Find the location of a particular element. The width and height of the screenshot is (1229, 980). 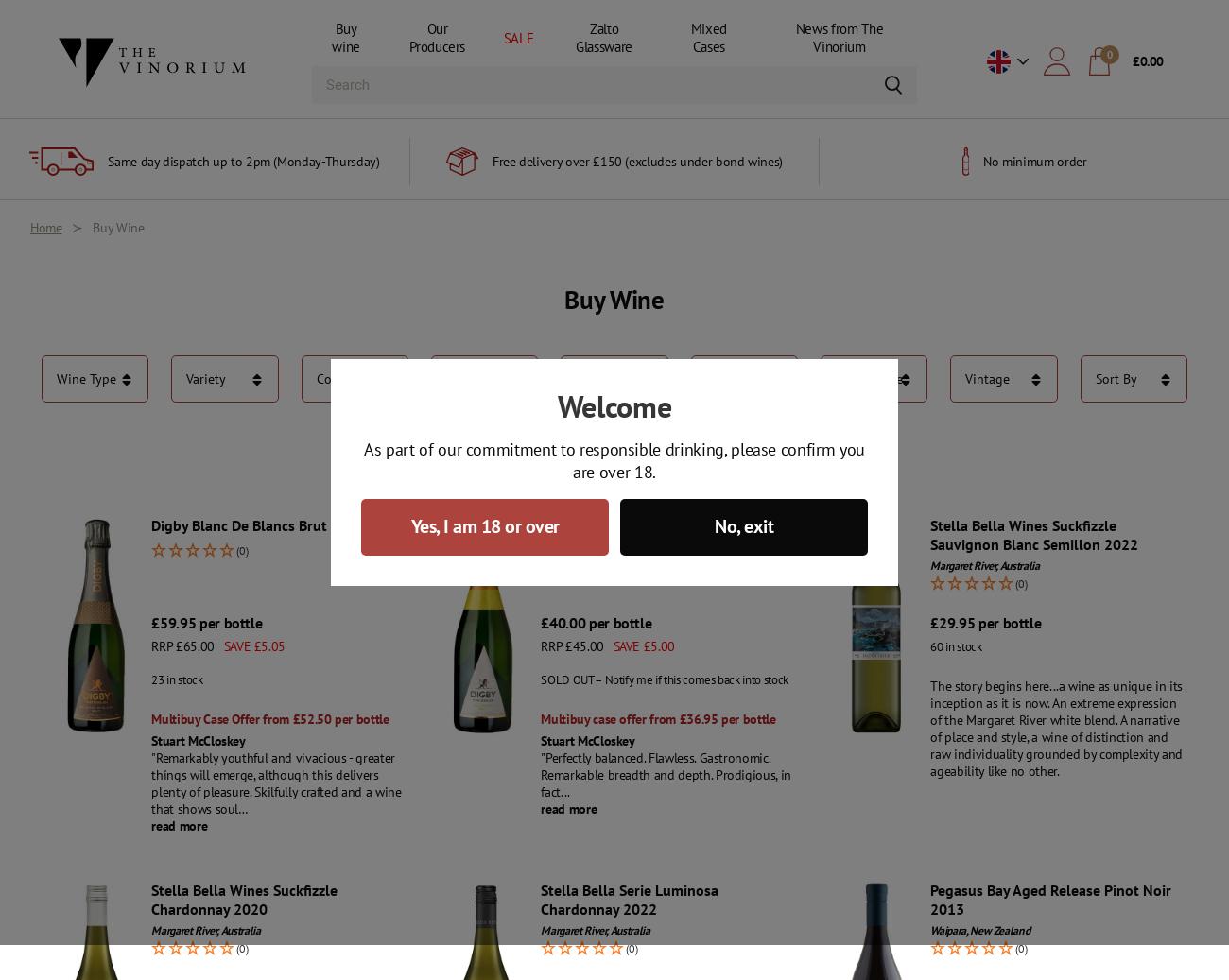

'Save £5.00' is located at coordinates (642, 646).